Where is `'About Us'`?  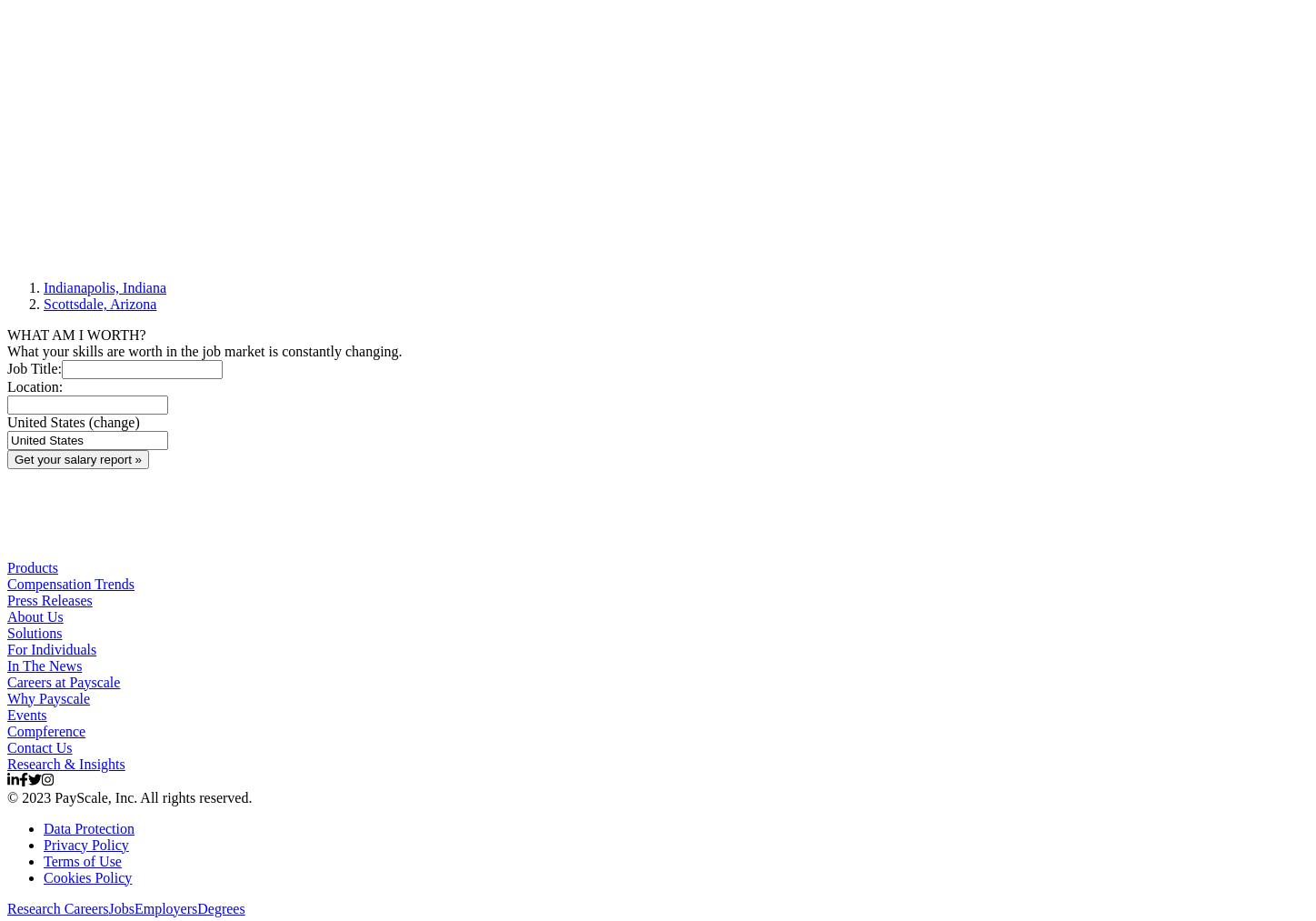
'About Us' is located at coordinates (35, 615).